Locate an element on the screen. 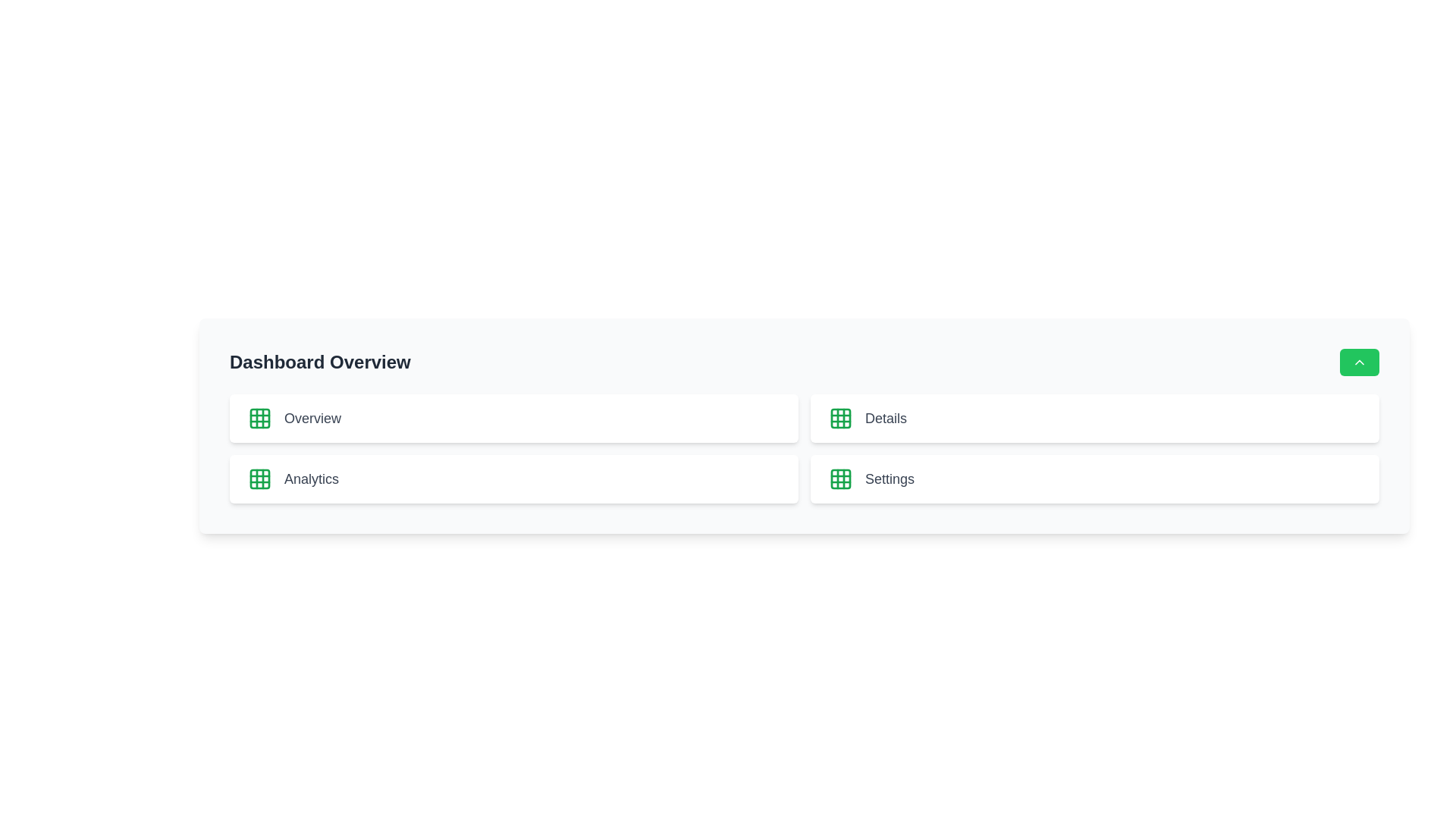  the 'Analytics' button located on the left side of the grid layout, below the 'Overview' box and above the 'Settings' box is located at coordinates (513, 479).